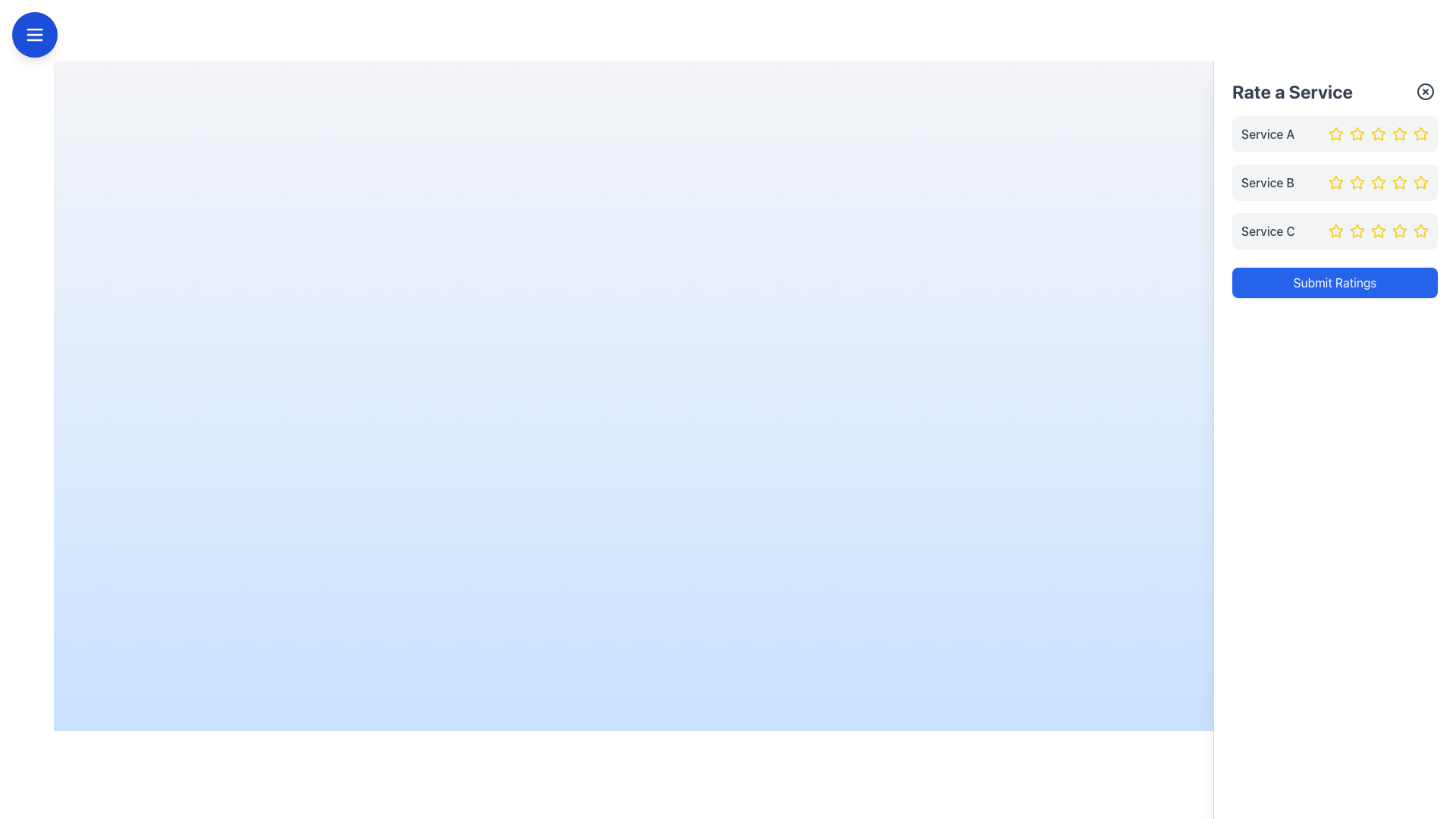  I want to click on the first star icon in the rating system beneath the label 'Service C' to rate, so click(1335, 231).